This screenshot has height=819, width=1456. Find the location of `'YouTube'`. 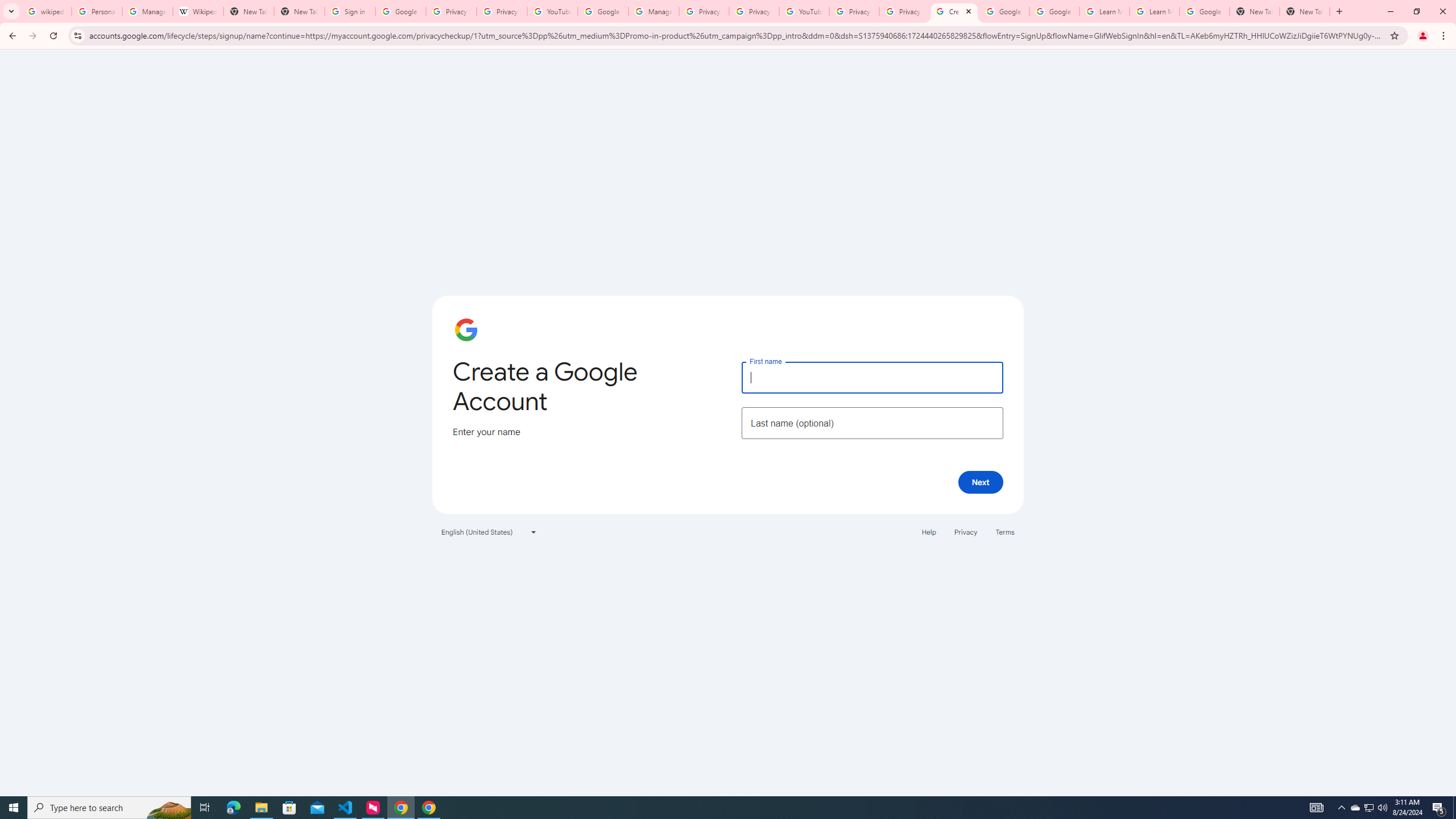

'YouTube' is located at coordinates (552, 11).